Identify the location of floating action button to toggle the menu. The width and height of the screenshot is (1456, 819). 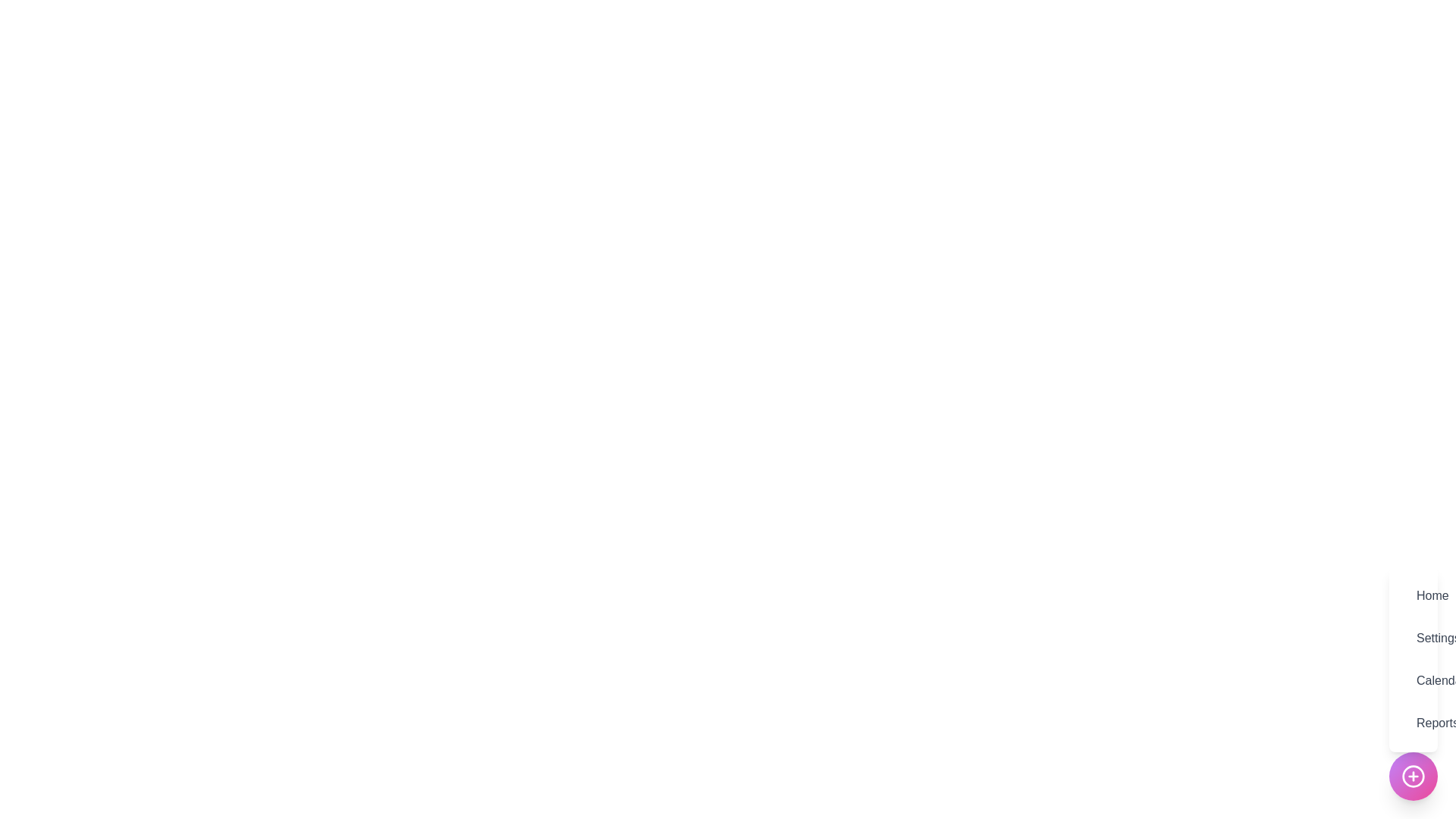
(1412, 776).